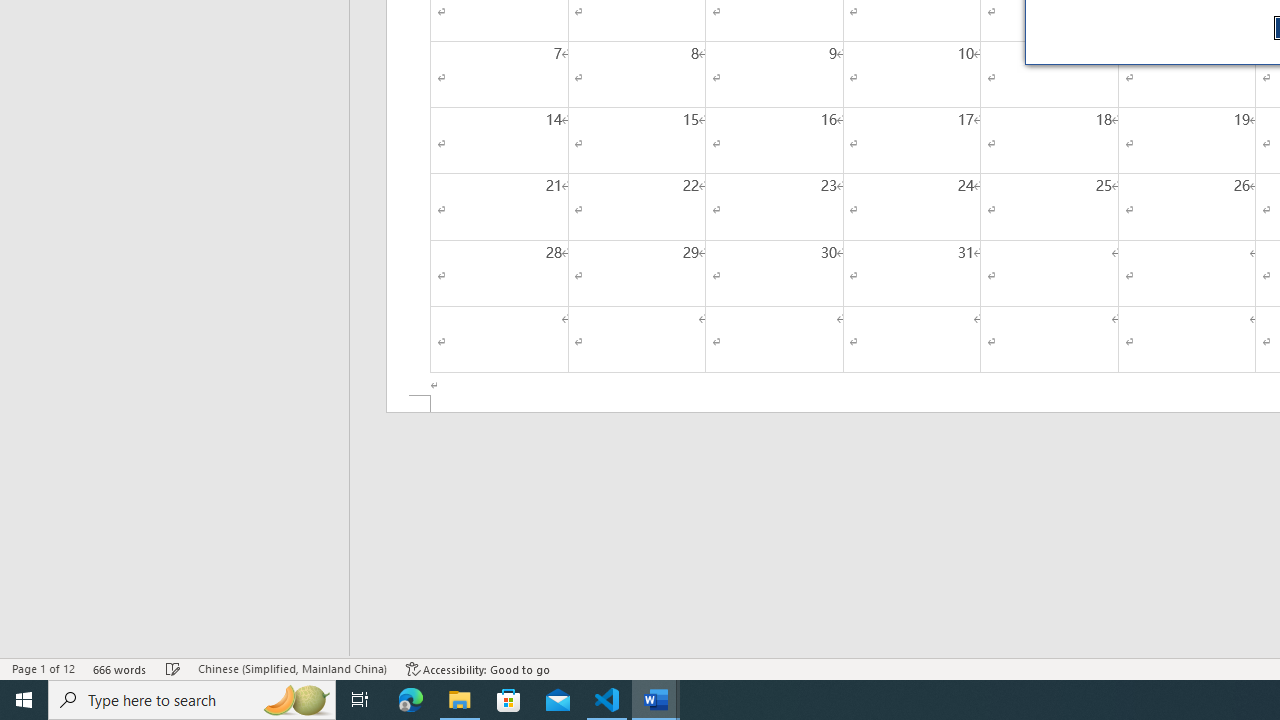  I want to click on 'Word - 2 running windows', so click(656, 698).